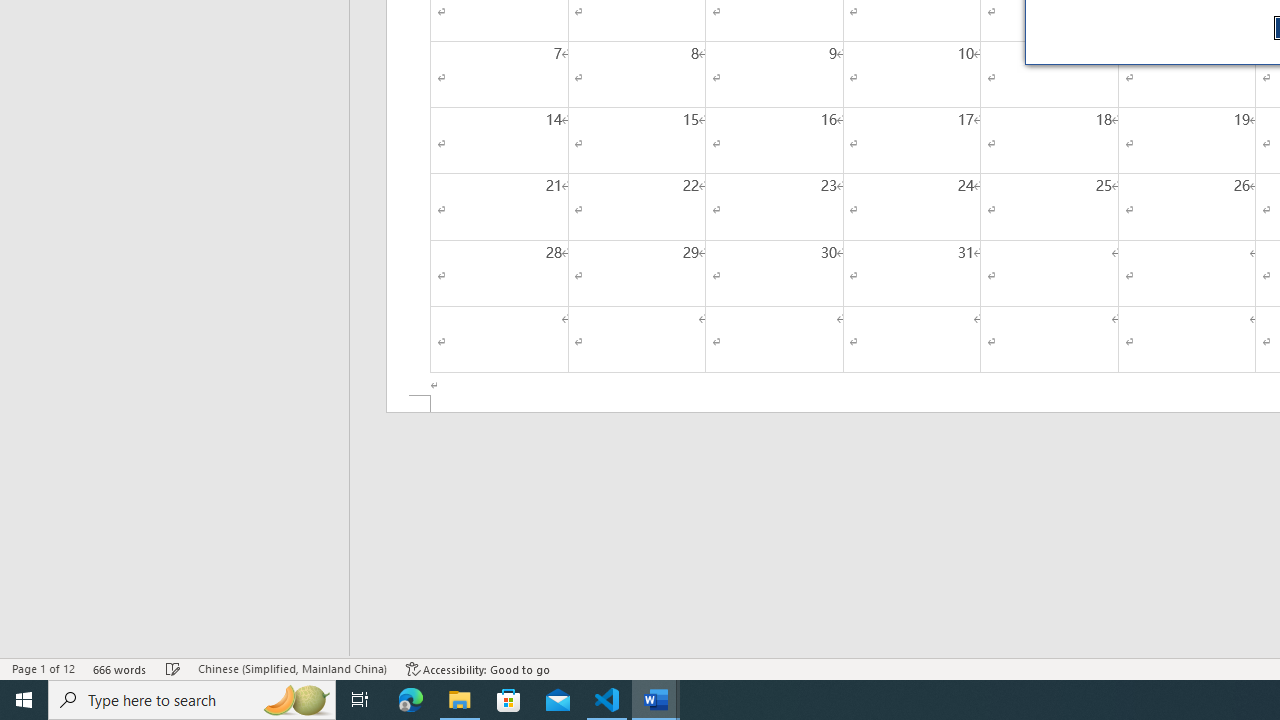  I want to click on 'Word - 2 running windows', so click(656, 698).